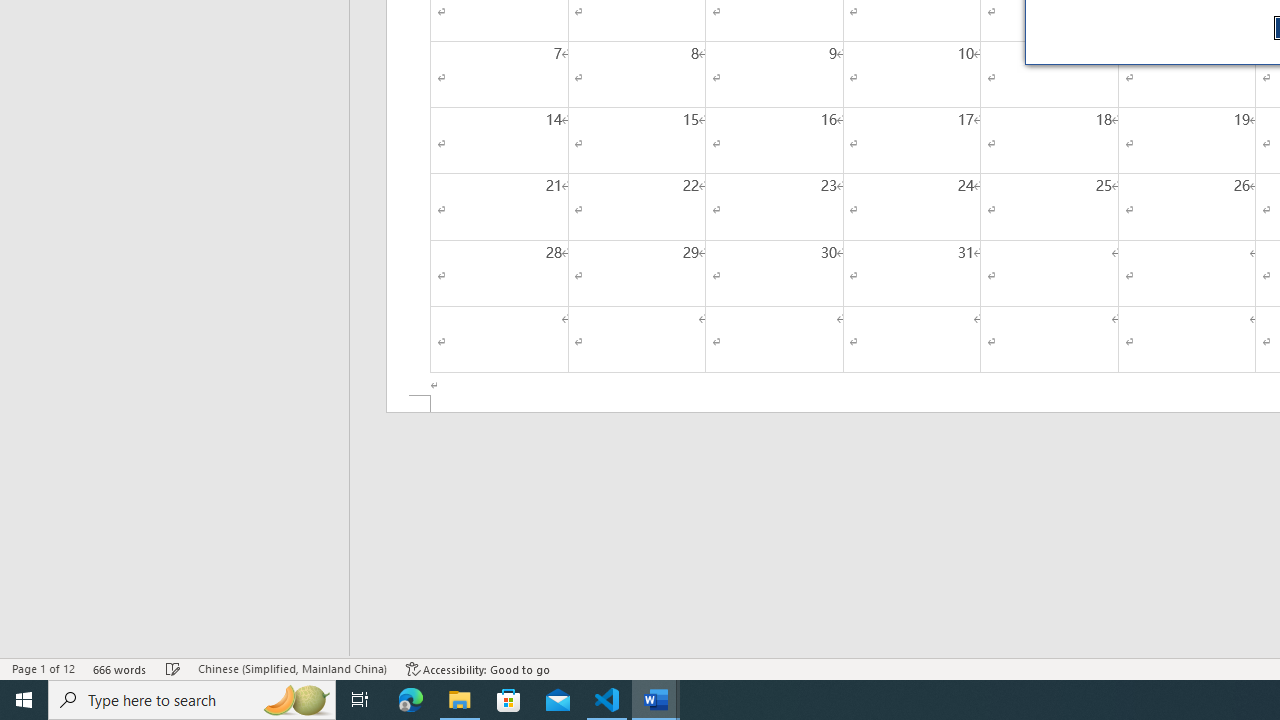  I want to click on 'Word - 2 running windows', so click(656, 698).